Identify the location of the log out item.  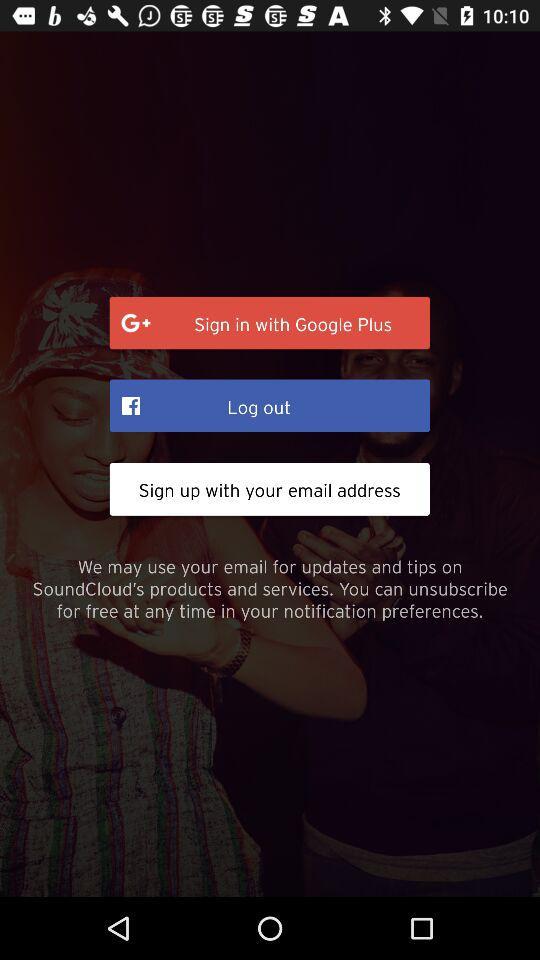
(270, 404).